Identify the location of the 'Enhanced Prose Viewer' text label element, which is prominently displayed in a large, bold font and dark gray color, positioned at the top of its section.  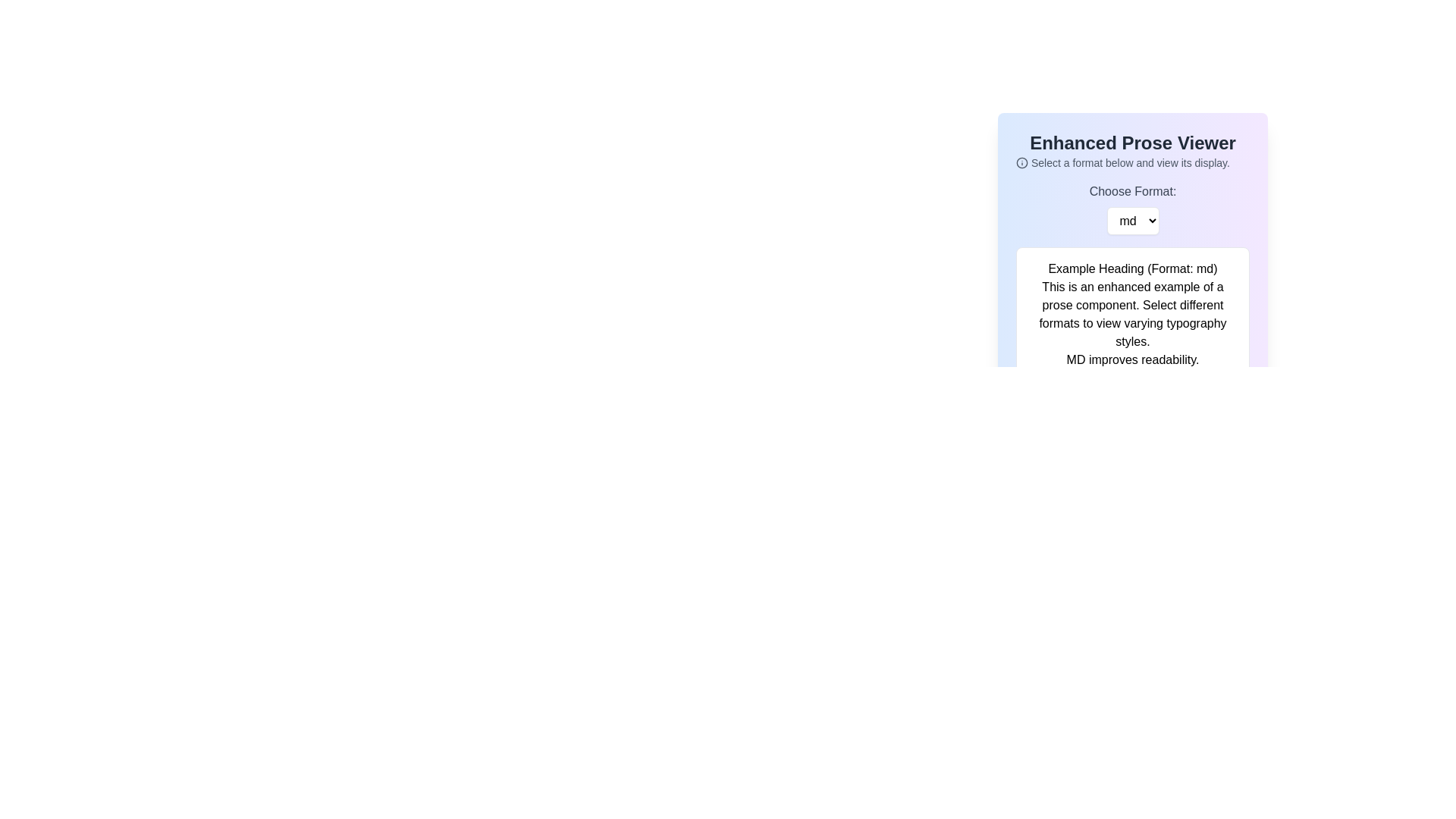
(1132, 143).